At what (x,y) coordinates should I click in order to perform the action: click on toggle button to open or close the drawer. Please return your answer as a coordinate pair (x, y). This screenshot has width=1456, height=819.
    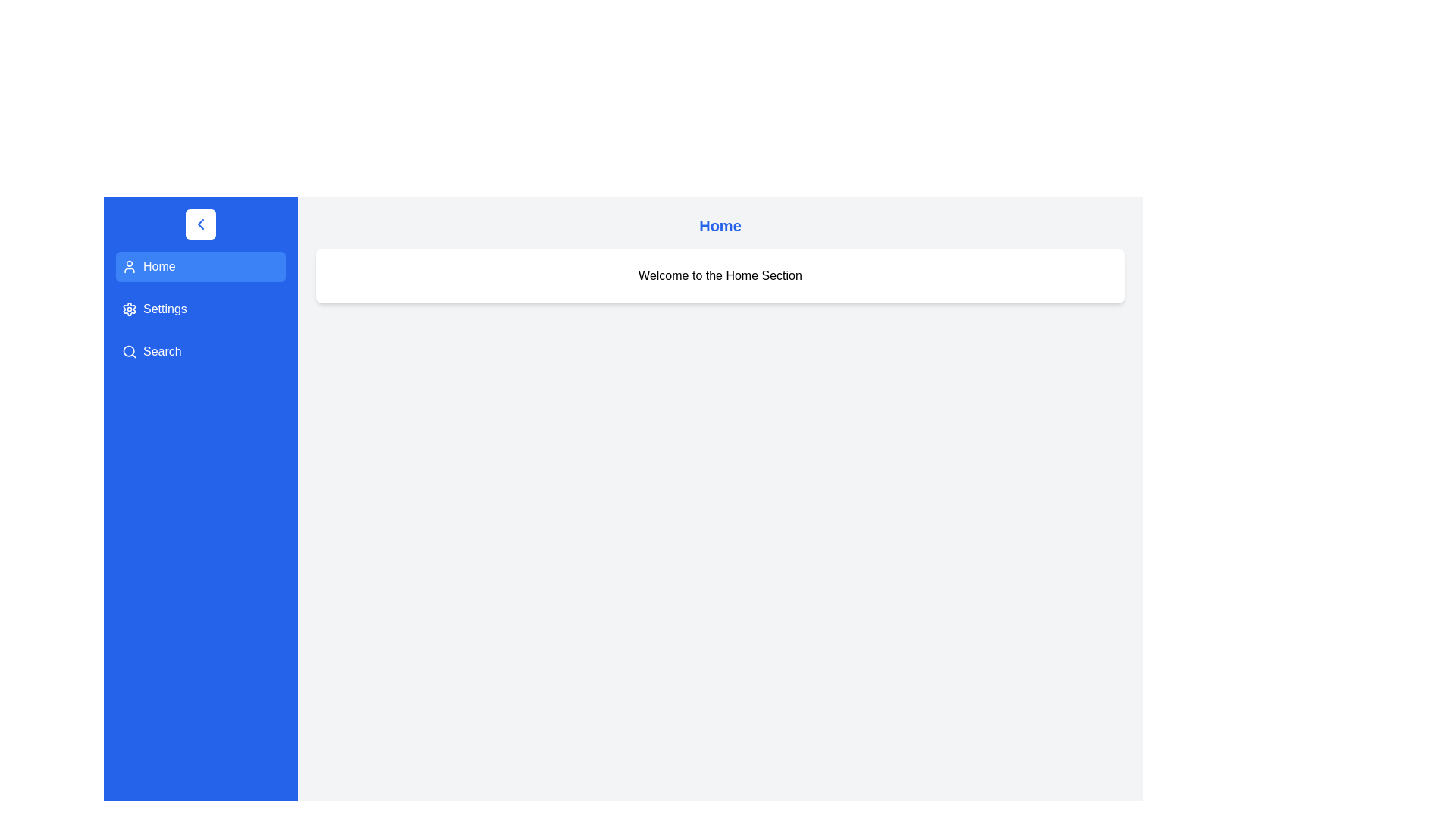
    Looking at the image, I should click on (199, 224).